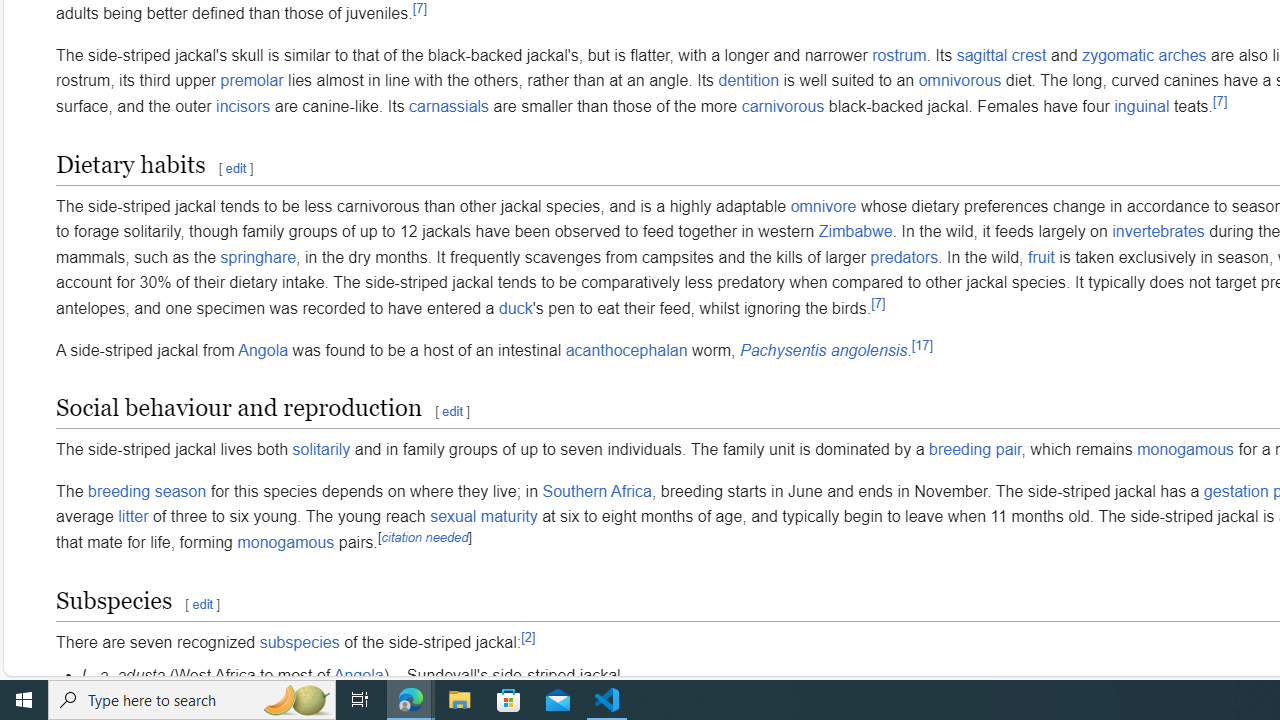 Image resolution: width=1280 pixels, height=720 pixels. I want to click on 'invertebrates', so click(1158, 231).